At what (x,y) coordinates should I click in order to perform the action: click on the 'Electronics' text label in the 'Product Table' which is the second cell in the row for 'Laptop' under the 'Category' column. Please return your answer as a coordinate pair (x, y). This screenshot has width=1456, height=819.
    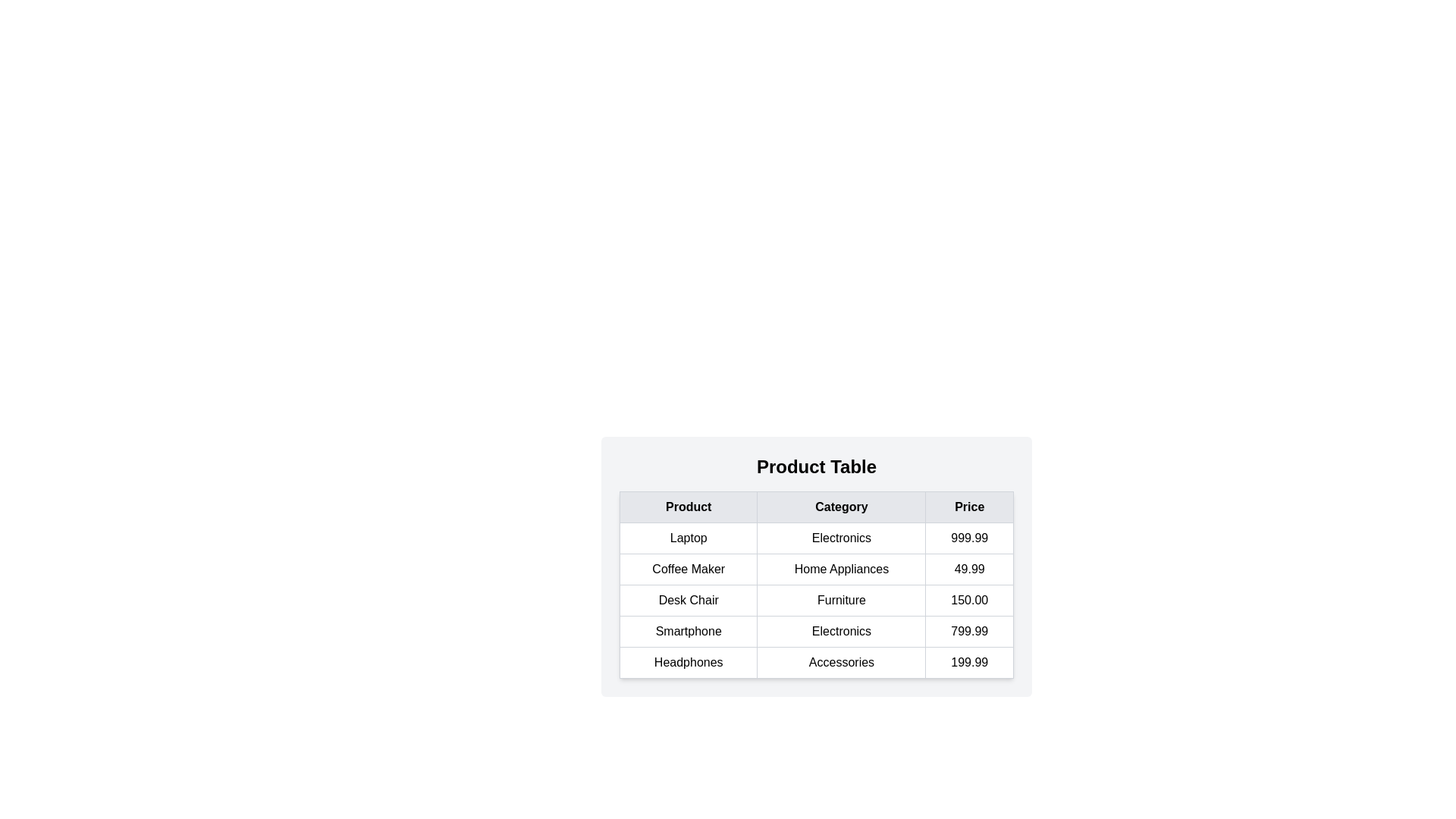
    Looking at the image, I should click on (840, 537).